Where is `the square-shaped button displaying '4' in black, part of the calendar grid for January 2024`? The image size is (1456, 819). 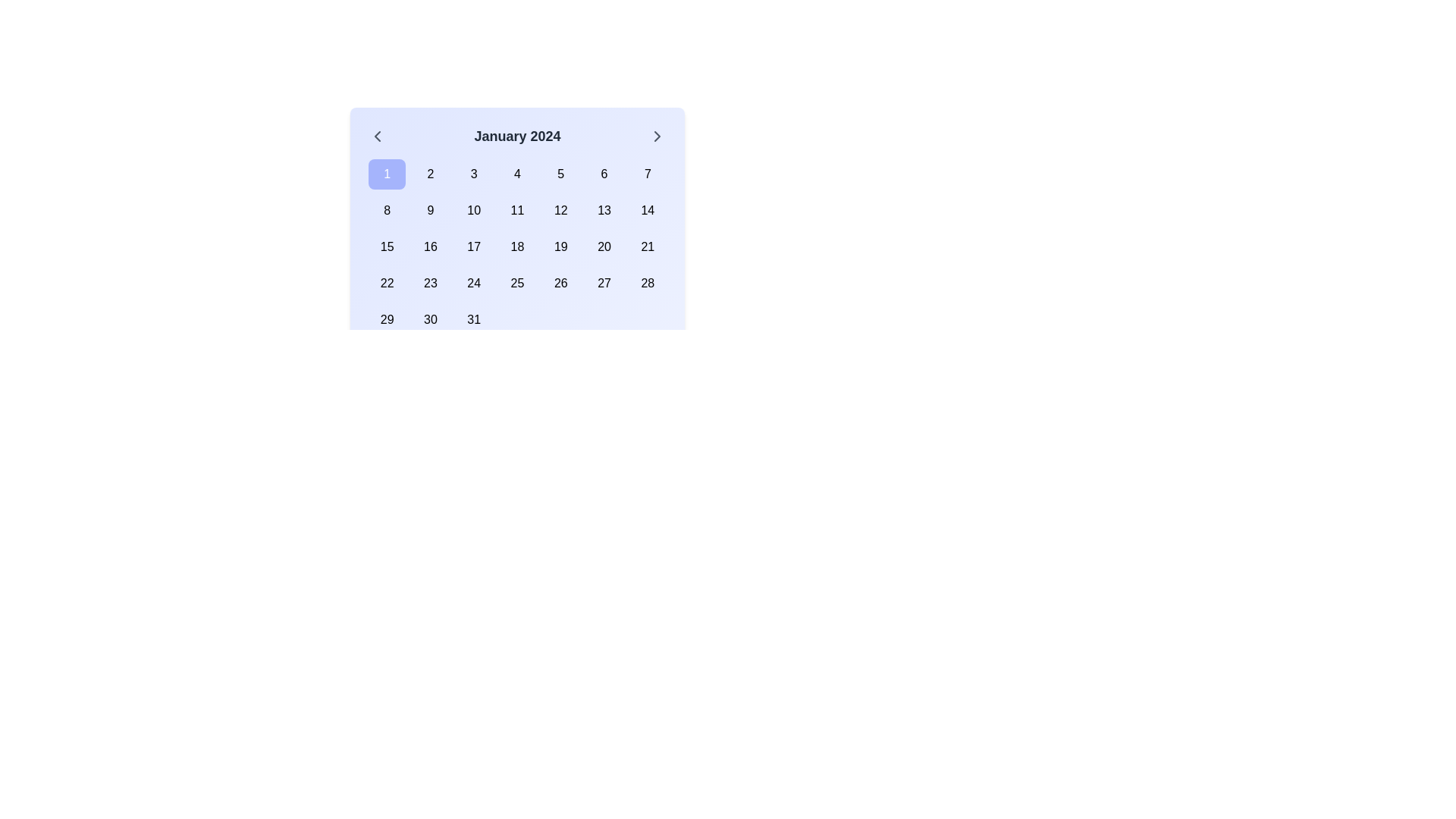 the square-shaped button displaying '4' in black, part of the calendar grid for January 2024 is located at coordinates (517, 174).